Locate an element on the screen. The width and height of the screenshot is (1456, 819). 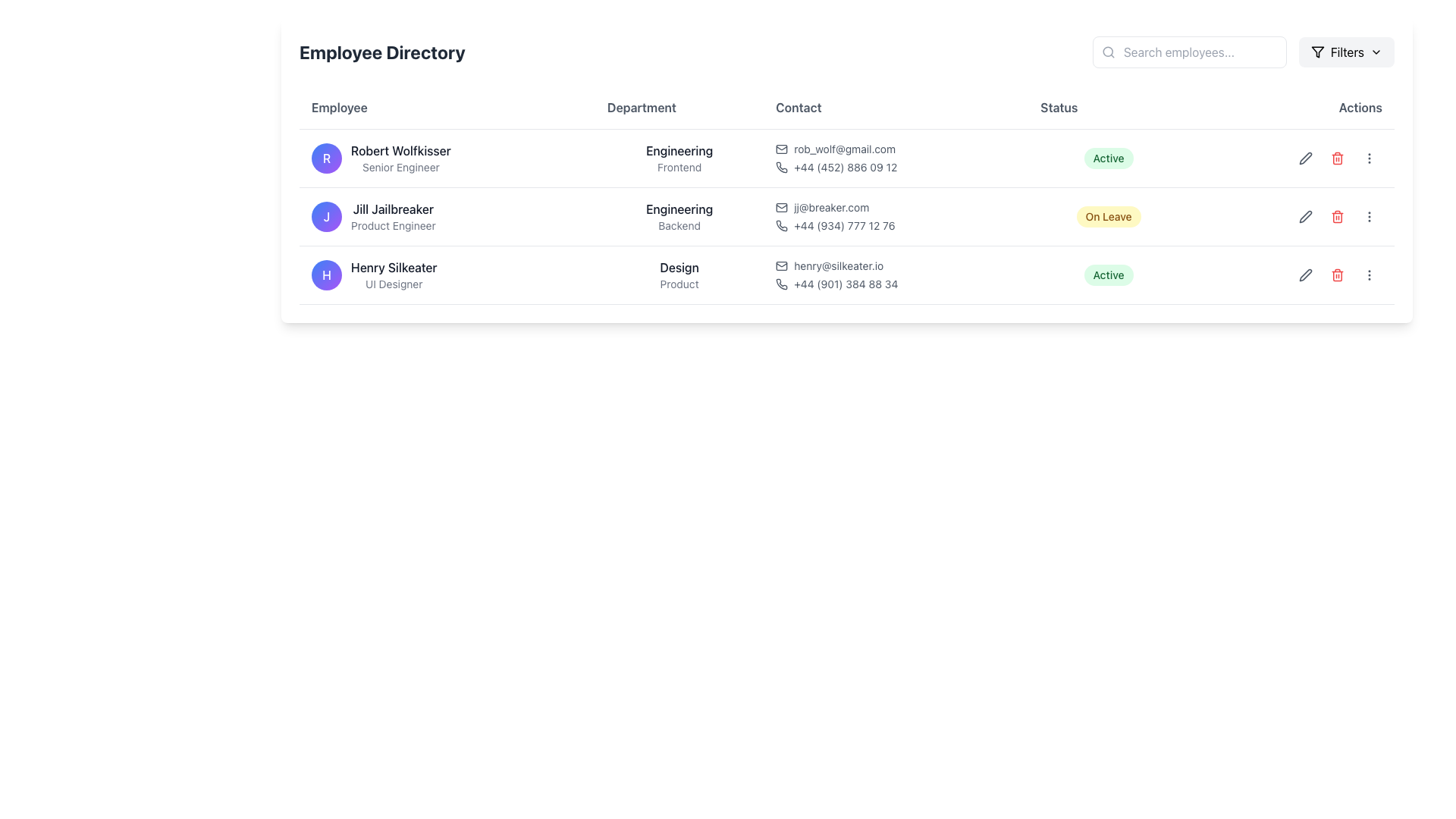
the phone icon located in the 'Contact' column next to the phone number of the second employee, Jill Jailbreaker is located at coordinates (782, 225).